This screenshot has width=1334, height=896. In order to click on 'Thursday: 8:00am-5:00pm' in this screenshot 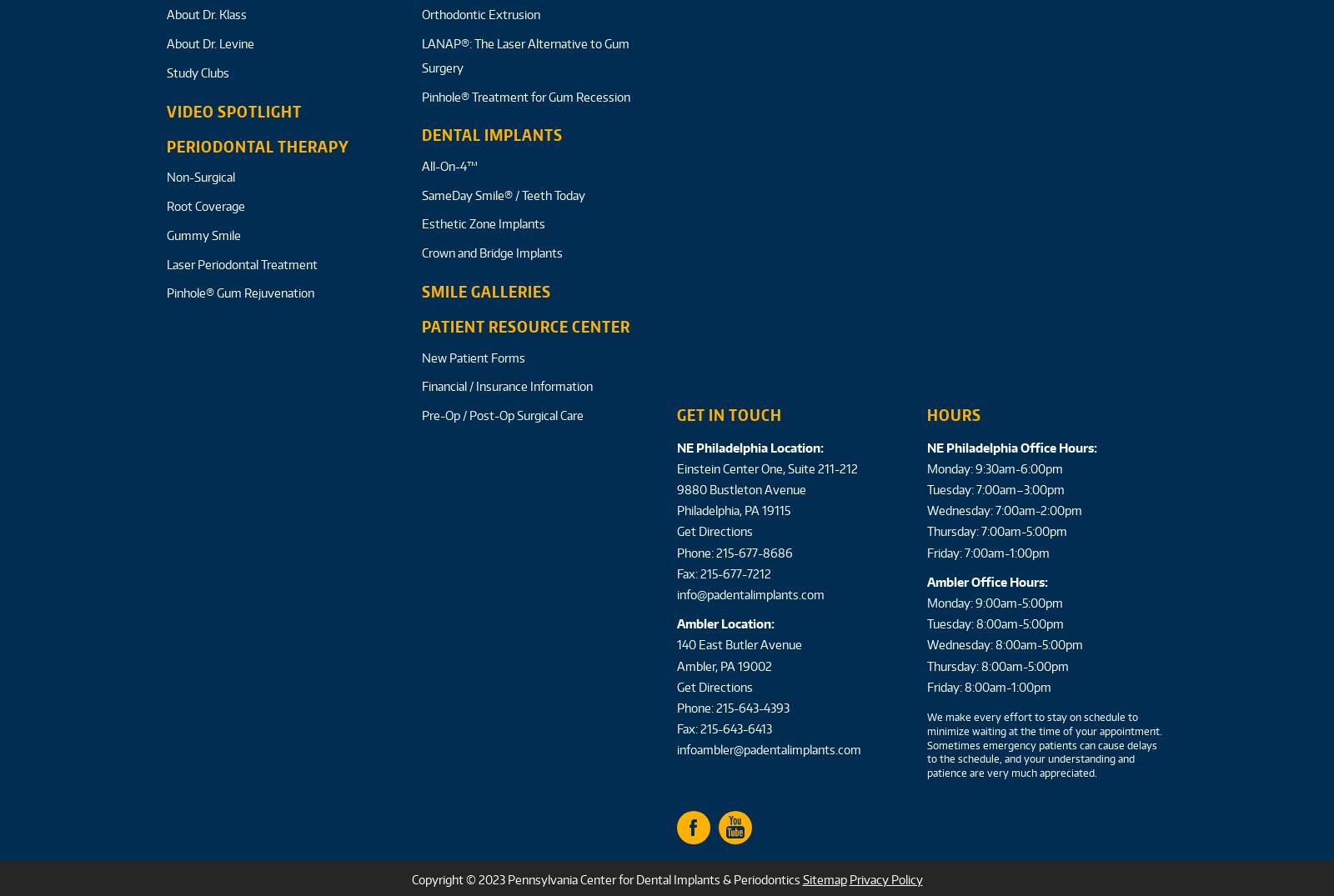, I will do `click(997, 664)`.